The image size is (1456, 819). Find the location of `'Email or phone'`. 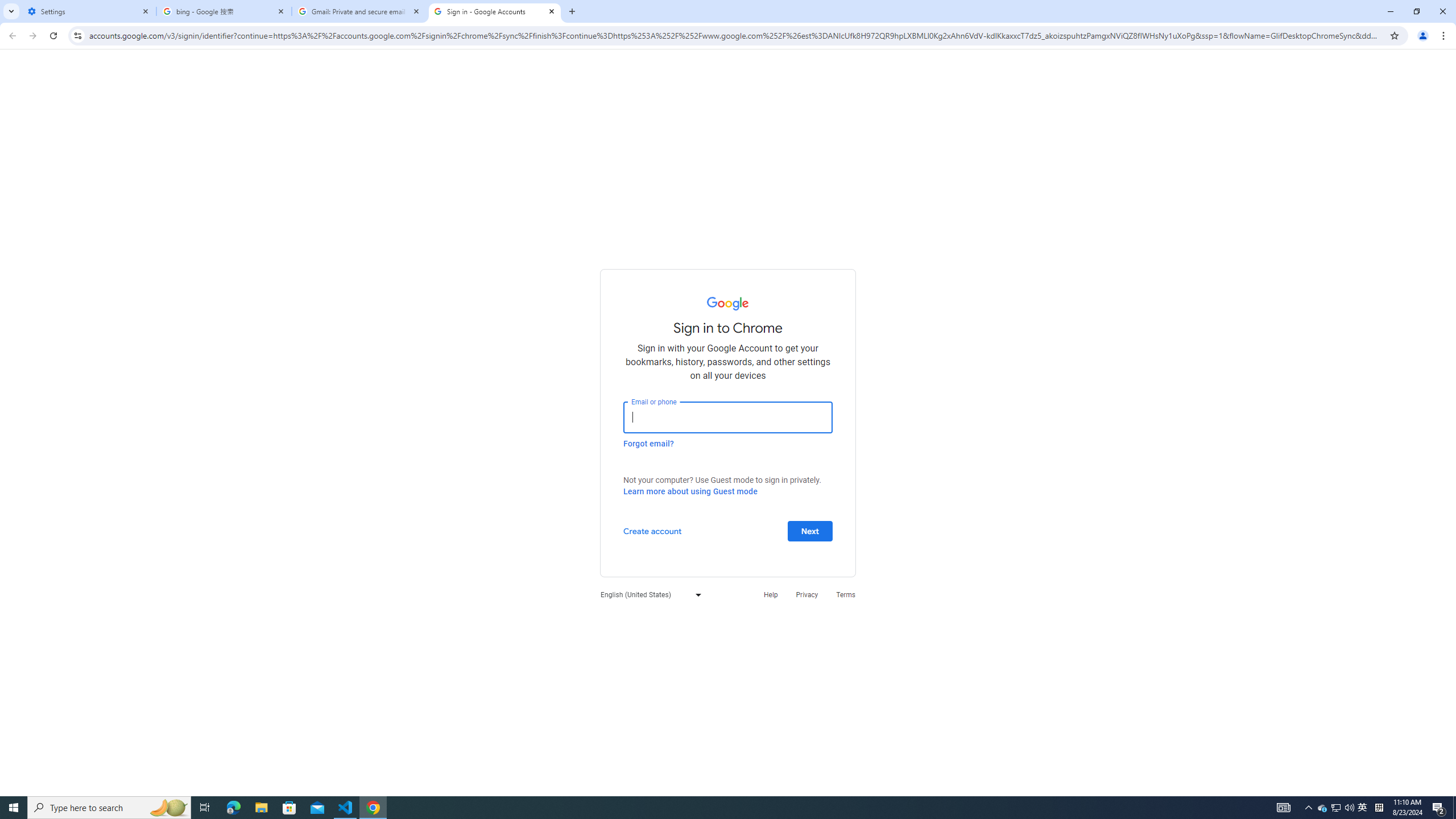

'Email or phone' is located at coordinates (728, 416).